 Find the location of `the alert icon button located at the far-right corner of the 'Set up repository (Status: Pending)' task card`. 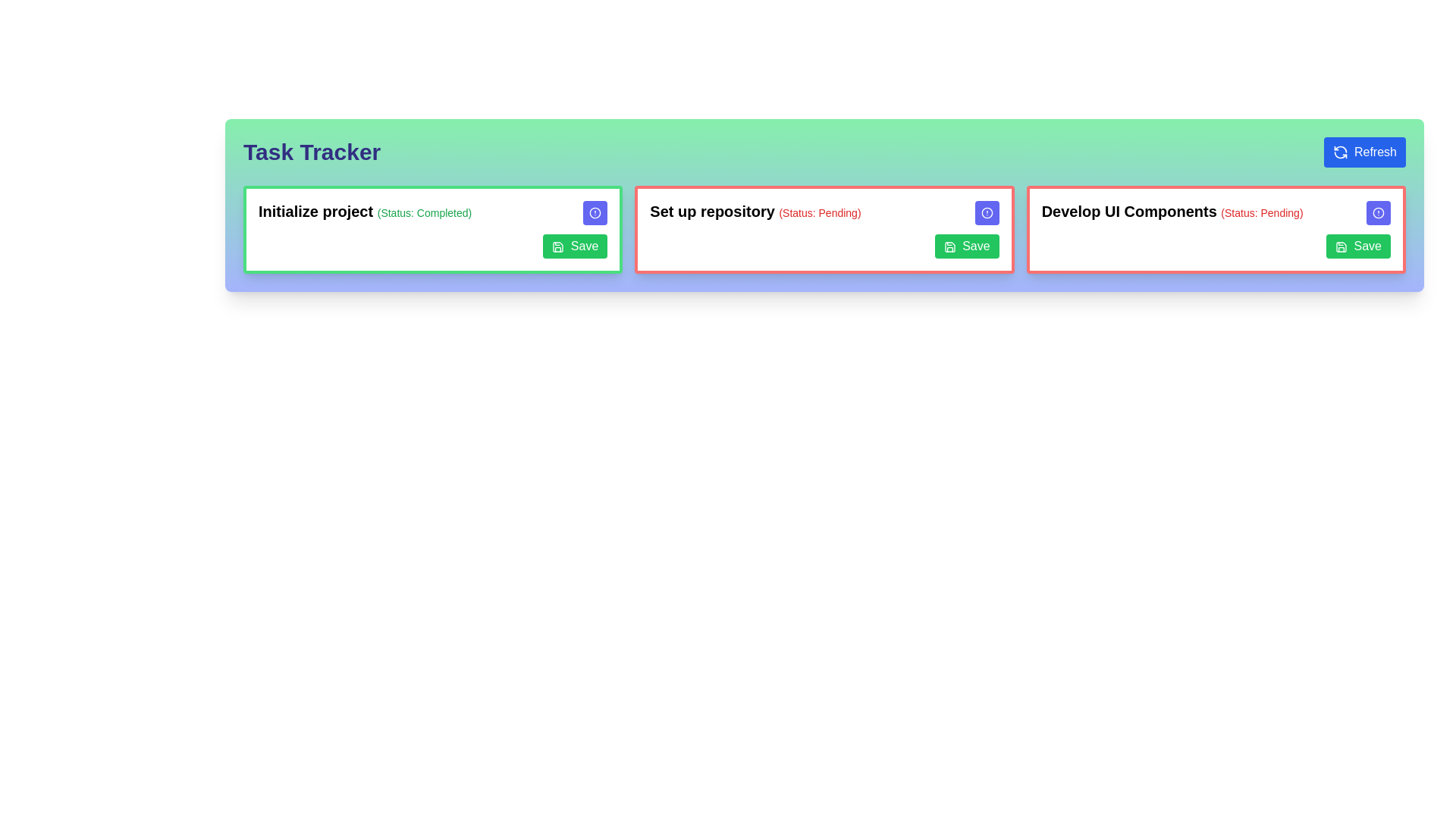

the alert icon button located at the far-right corner of the 'Set up repository (Status: Pending)' task card is located at coordinates (987, 213).